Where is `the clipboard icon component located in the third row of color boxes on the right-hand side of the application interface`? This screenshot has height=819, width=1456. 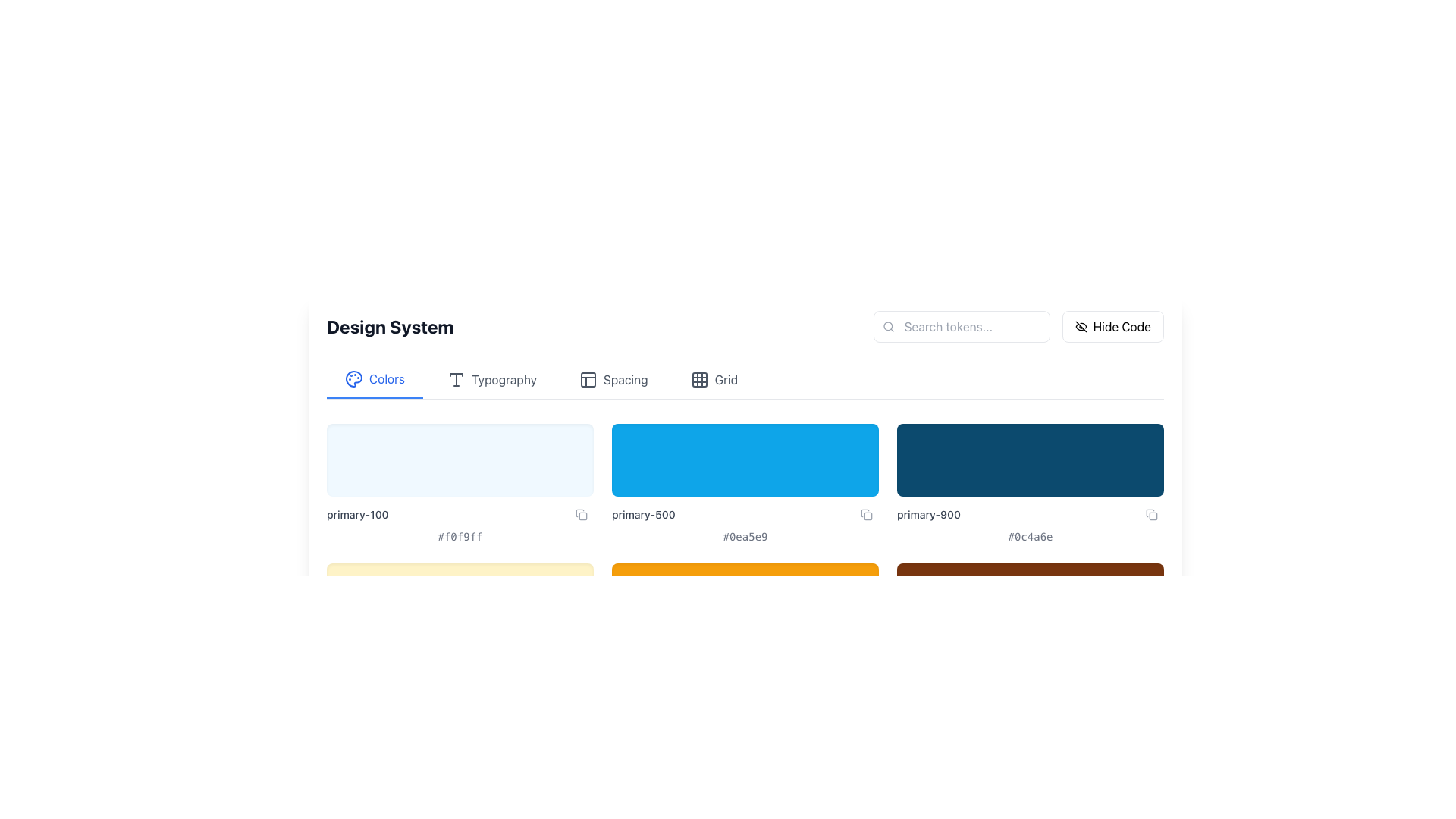
the clipboard icon component located in the third row of color boxes on the right-hand side of the application interface is located at coordinates (868, 516).